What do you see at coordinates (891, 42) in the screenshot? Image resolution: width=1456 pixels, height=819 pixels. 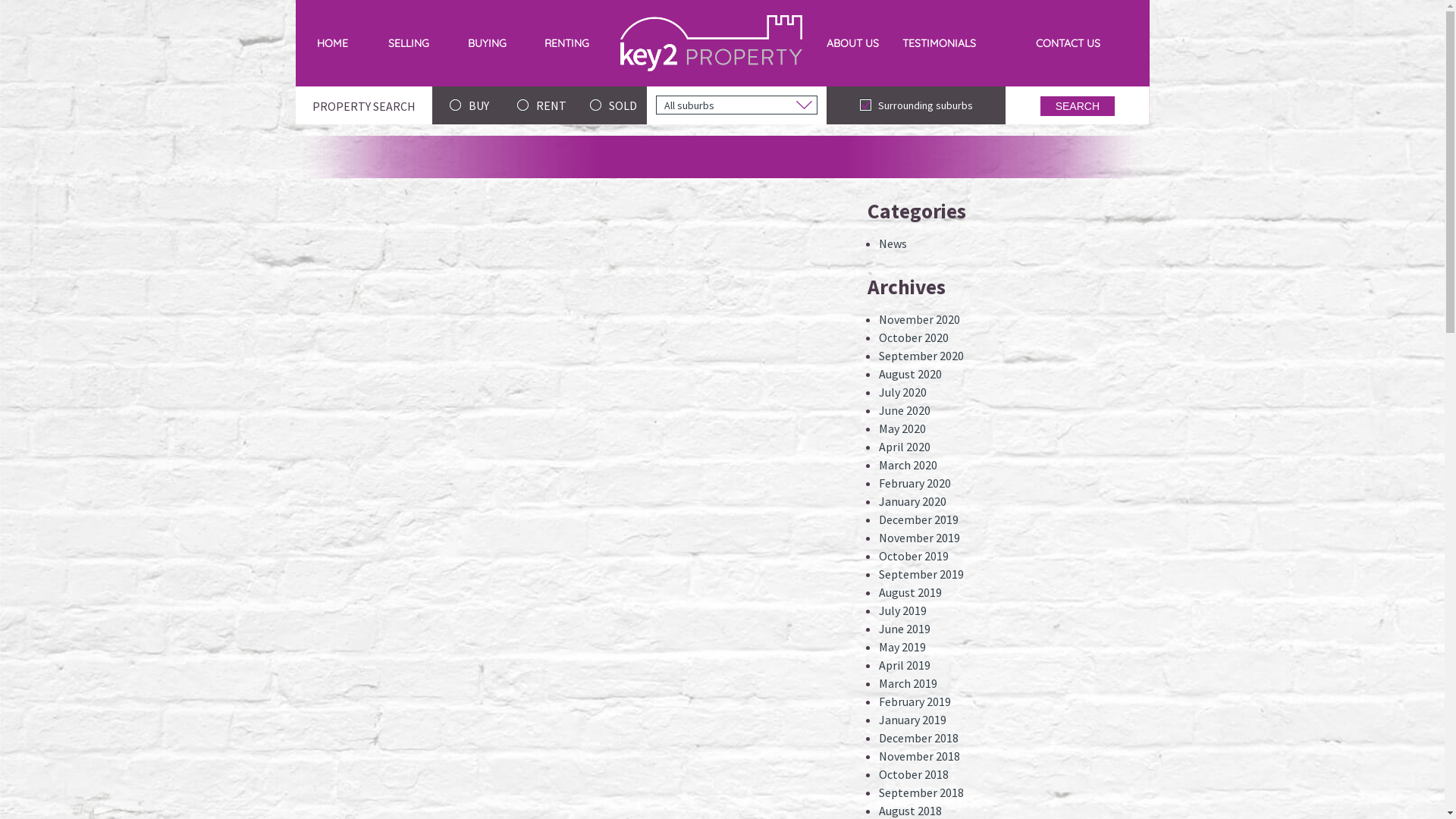 I see `'TESTIMONIALS'` at bounding box center [891, 42].